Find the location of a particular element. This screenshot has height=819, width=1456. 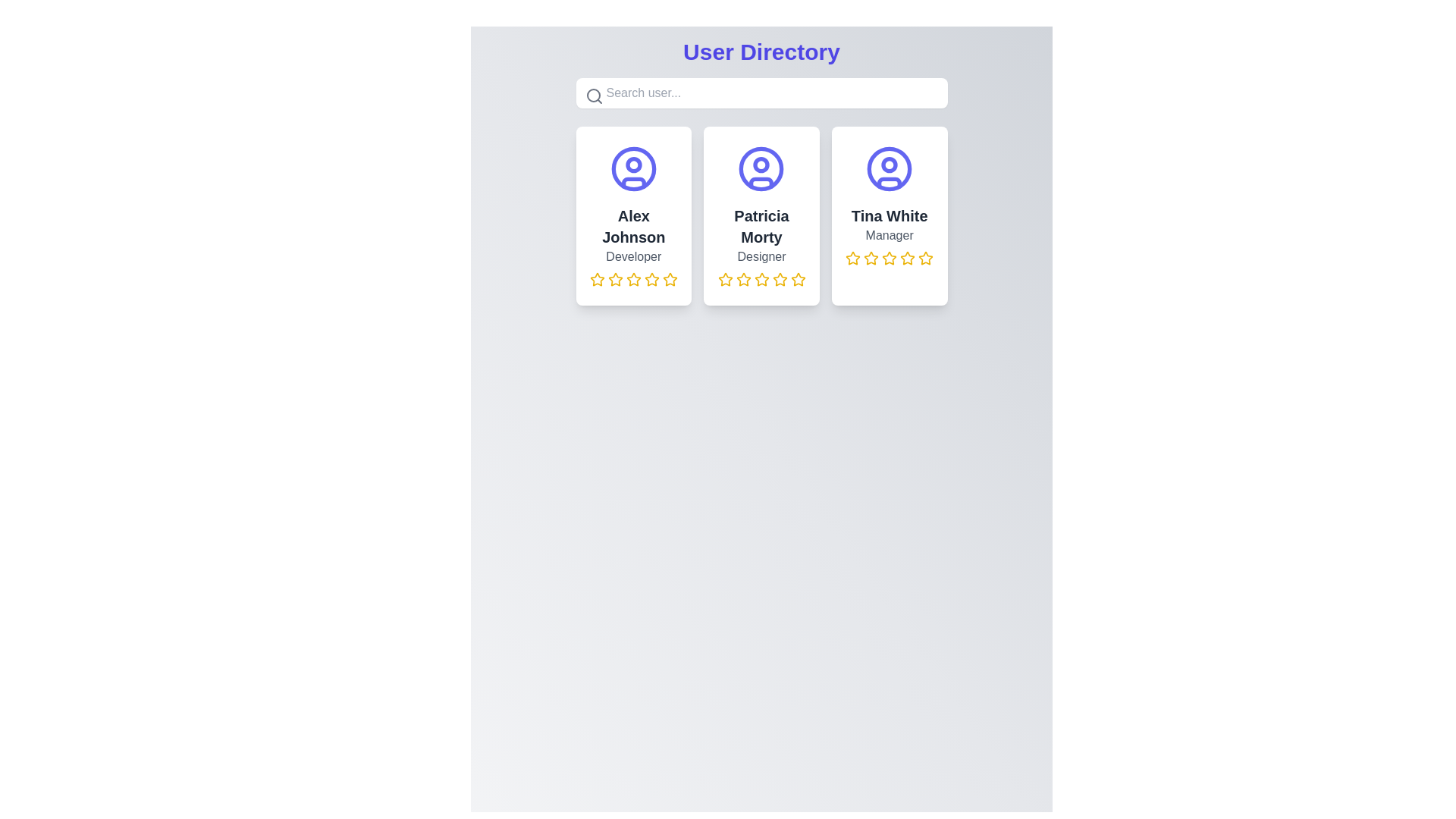

the third yellow outlined star icon in the rating system displayed under the user 'Alex Johnson' is located at coordinates (633, 280).